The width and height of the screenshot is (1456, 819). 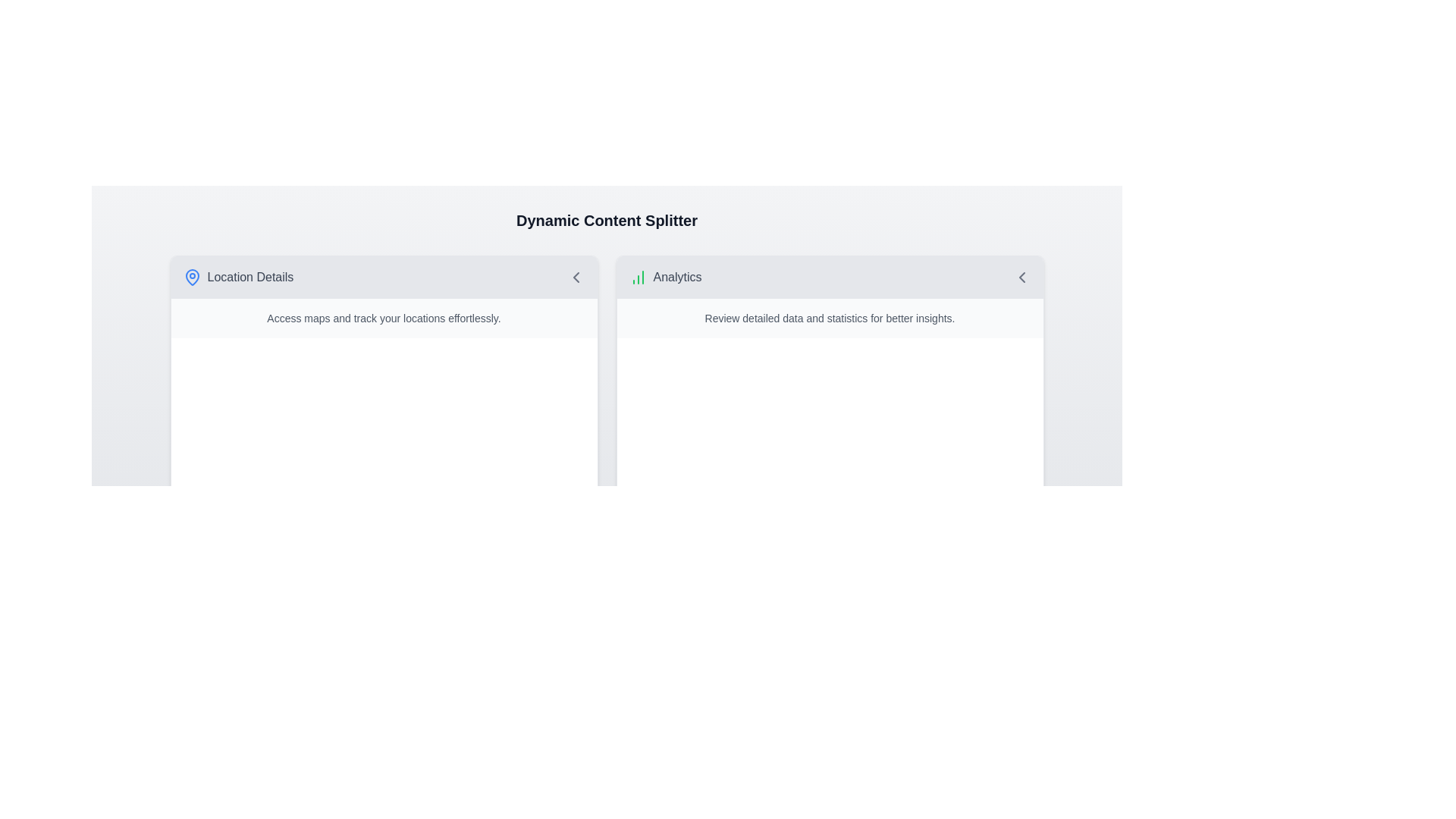 I want to click on the 'Analytics' text label, which is styled in gray and positioned next to a green icon representing increasing columns, so click(x=676, y=278).